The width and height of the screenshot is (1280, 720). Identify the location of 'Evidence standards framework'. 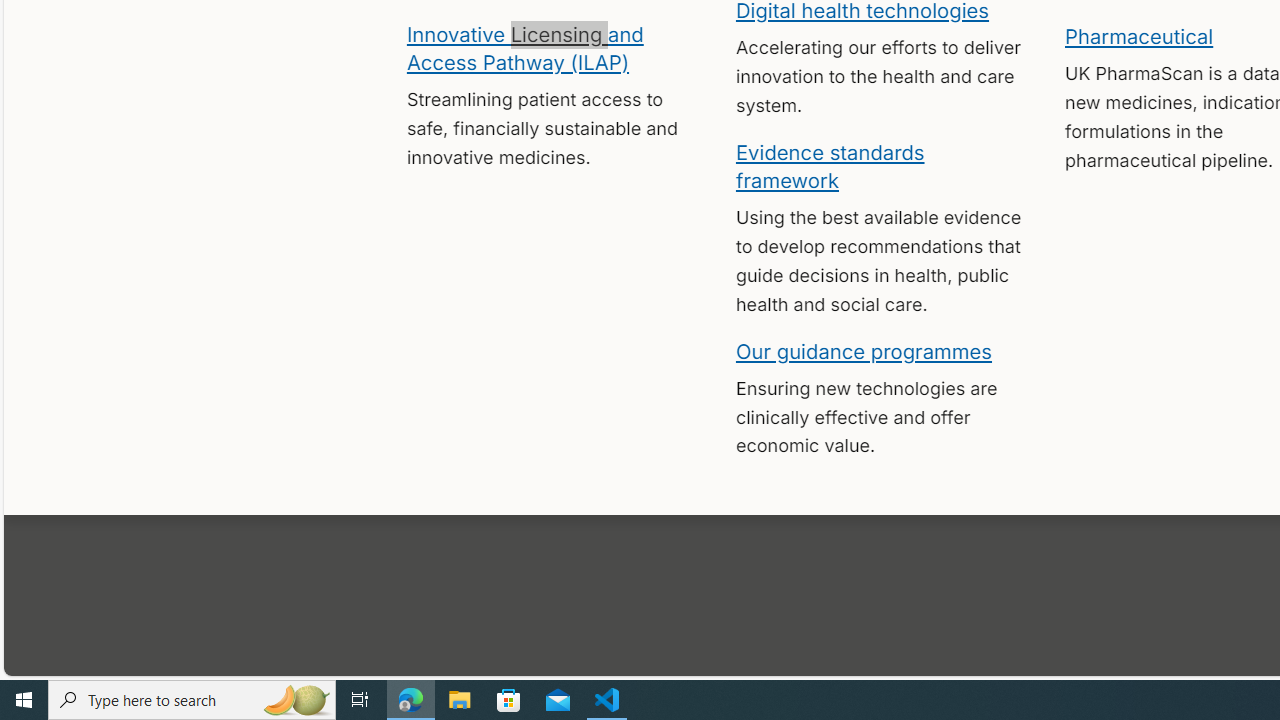
(830, 164).